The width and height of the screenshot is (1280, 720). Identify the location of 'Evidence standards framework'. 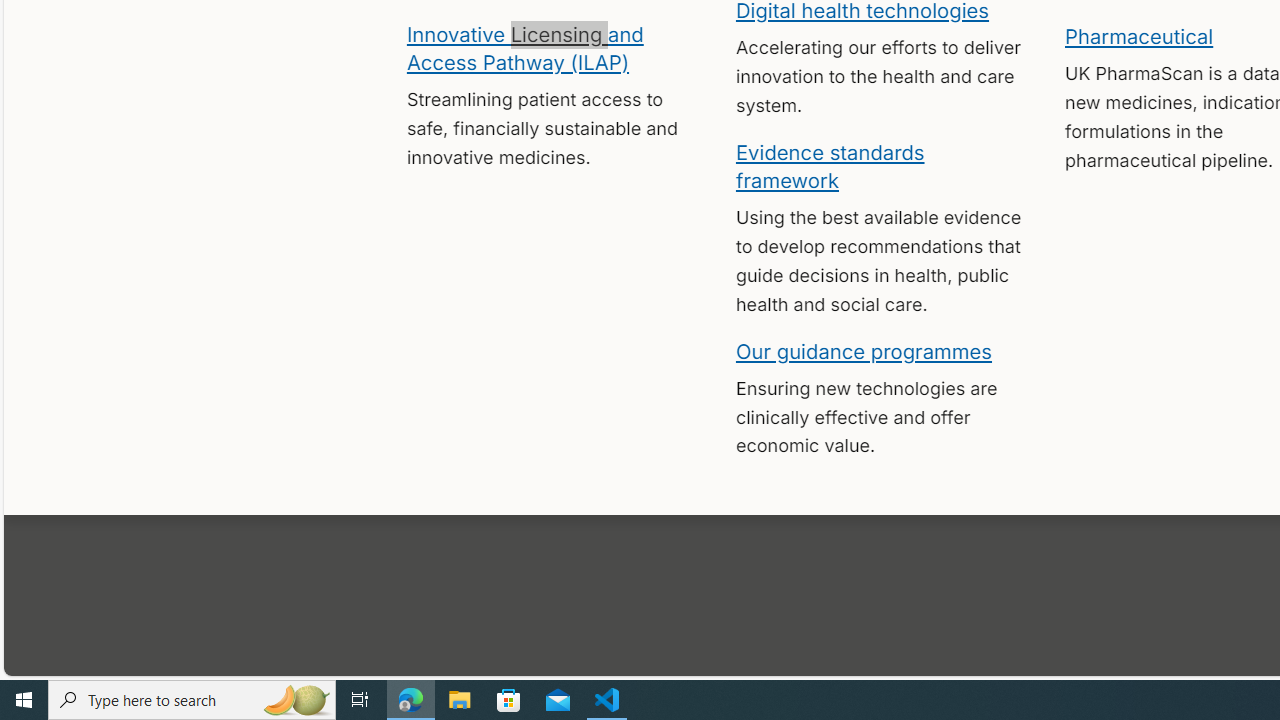
(830, 164).